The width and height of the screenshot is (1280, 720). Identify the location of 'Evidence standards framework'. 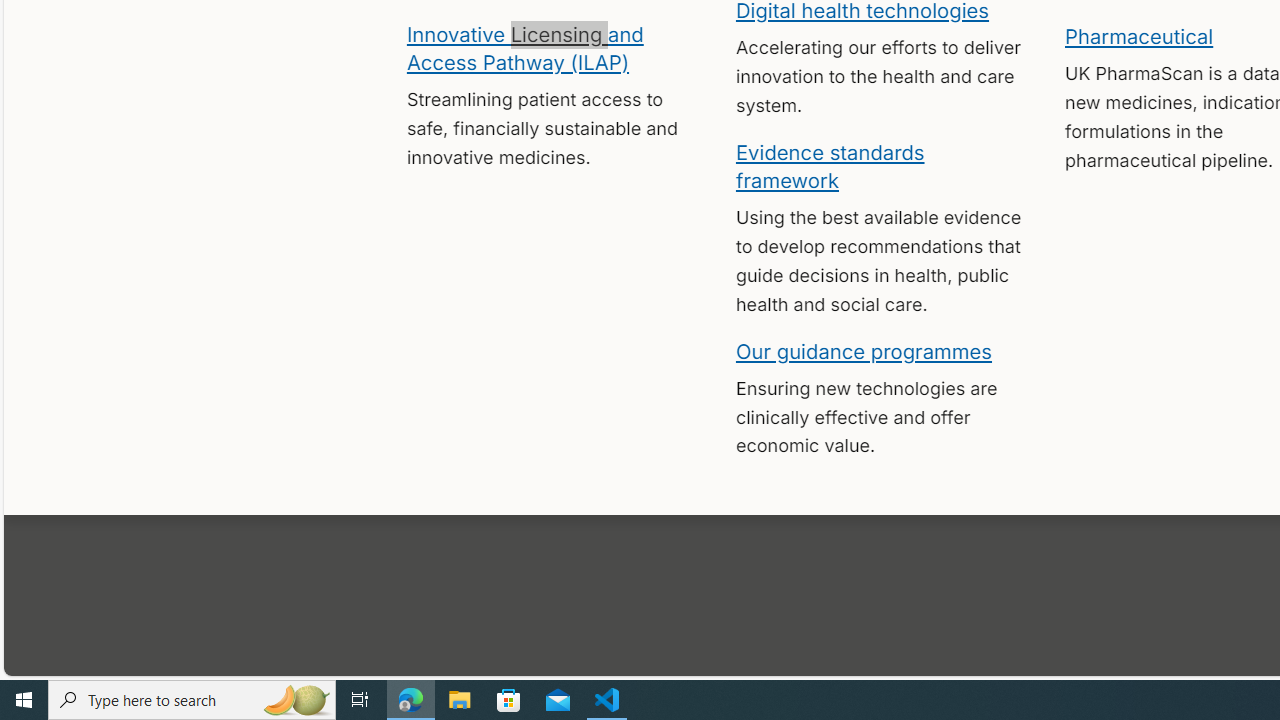
(830, 164).